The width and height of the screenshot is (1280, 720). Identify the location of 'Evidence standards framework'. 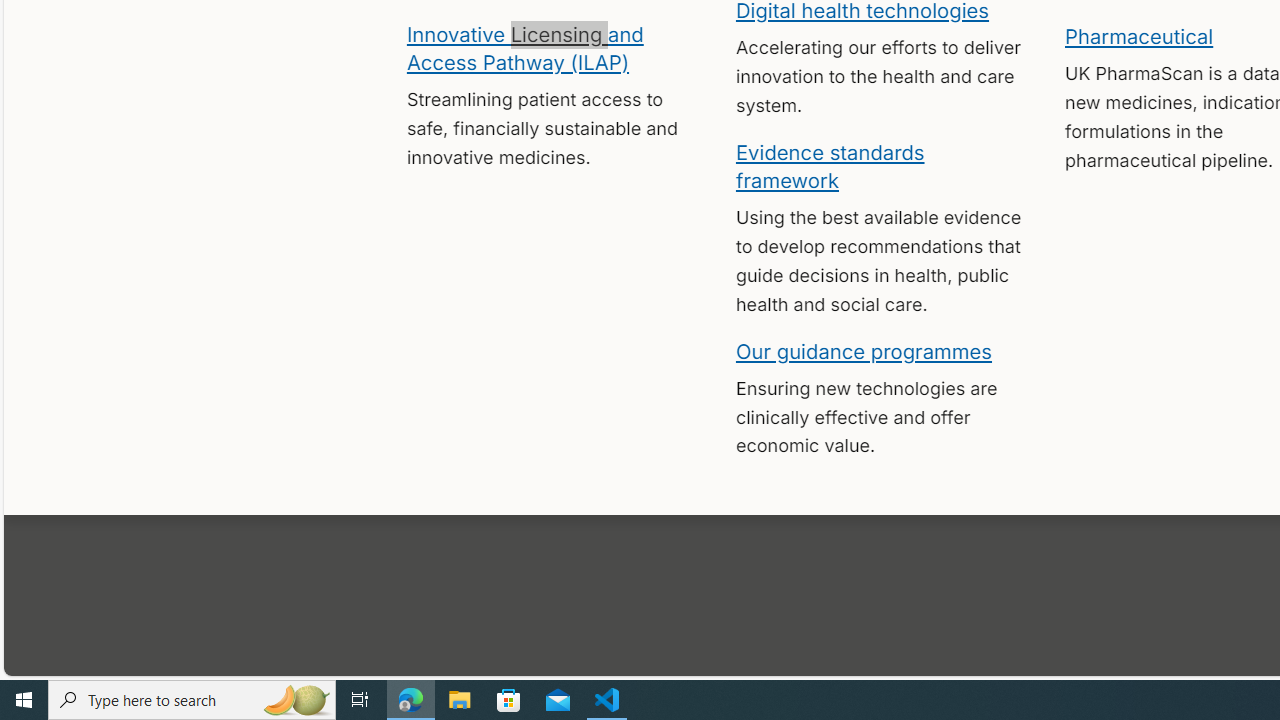
(830, 164).